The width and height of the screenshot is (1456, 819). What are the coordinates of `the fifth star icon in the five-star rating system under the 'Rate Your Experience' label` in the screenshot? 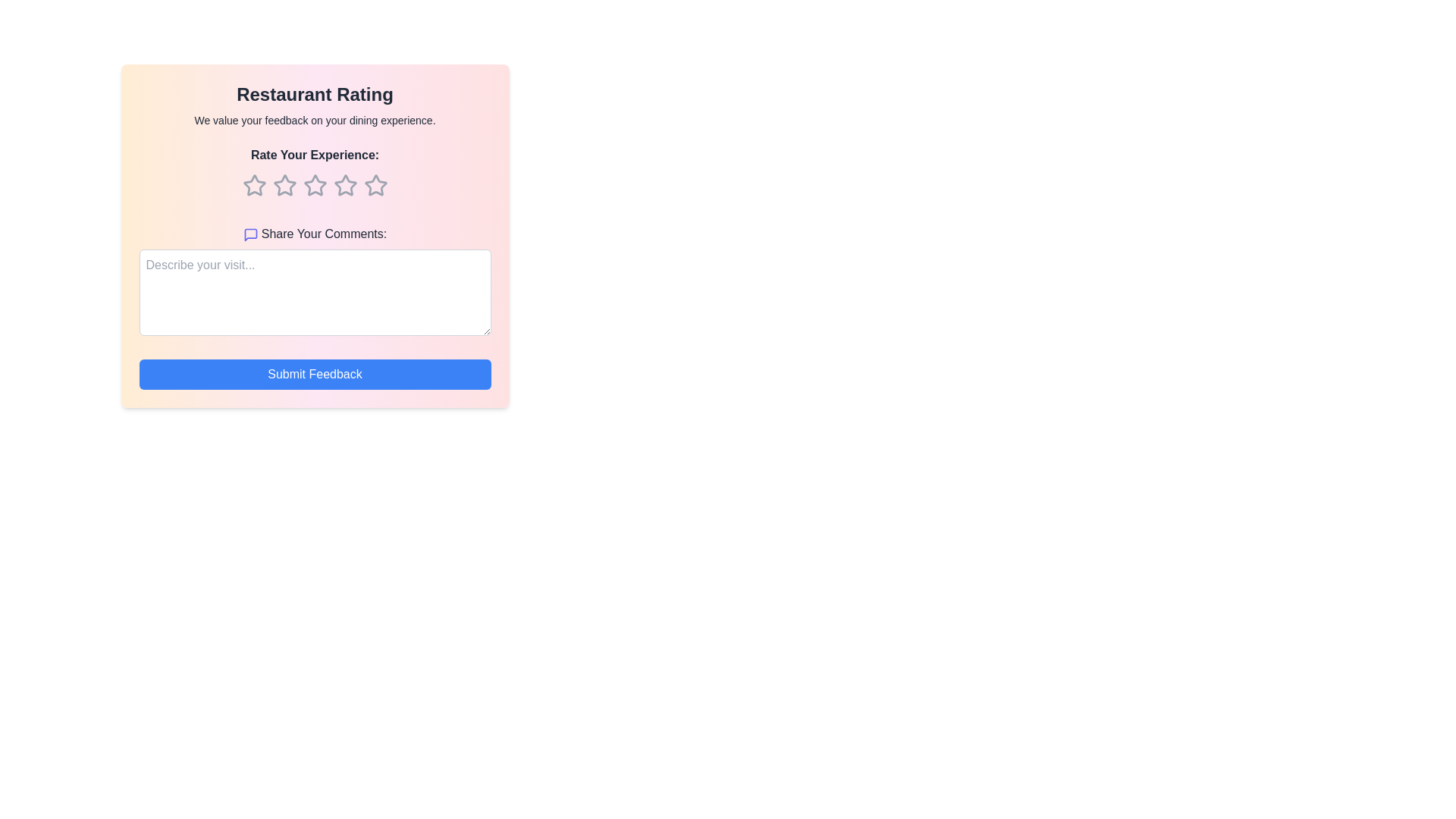 It's located at (375, 184).